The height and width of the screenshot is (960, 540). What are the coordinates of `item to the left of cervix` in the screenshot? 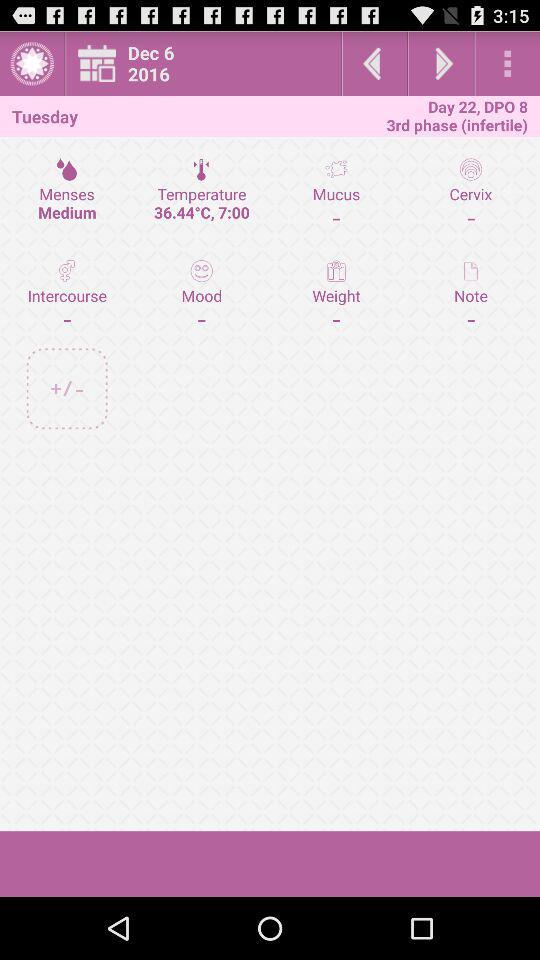 It's located at (336, 293).